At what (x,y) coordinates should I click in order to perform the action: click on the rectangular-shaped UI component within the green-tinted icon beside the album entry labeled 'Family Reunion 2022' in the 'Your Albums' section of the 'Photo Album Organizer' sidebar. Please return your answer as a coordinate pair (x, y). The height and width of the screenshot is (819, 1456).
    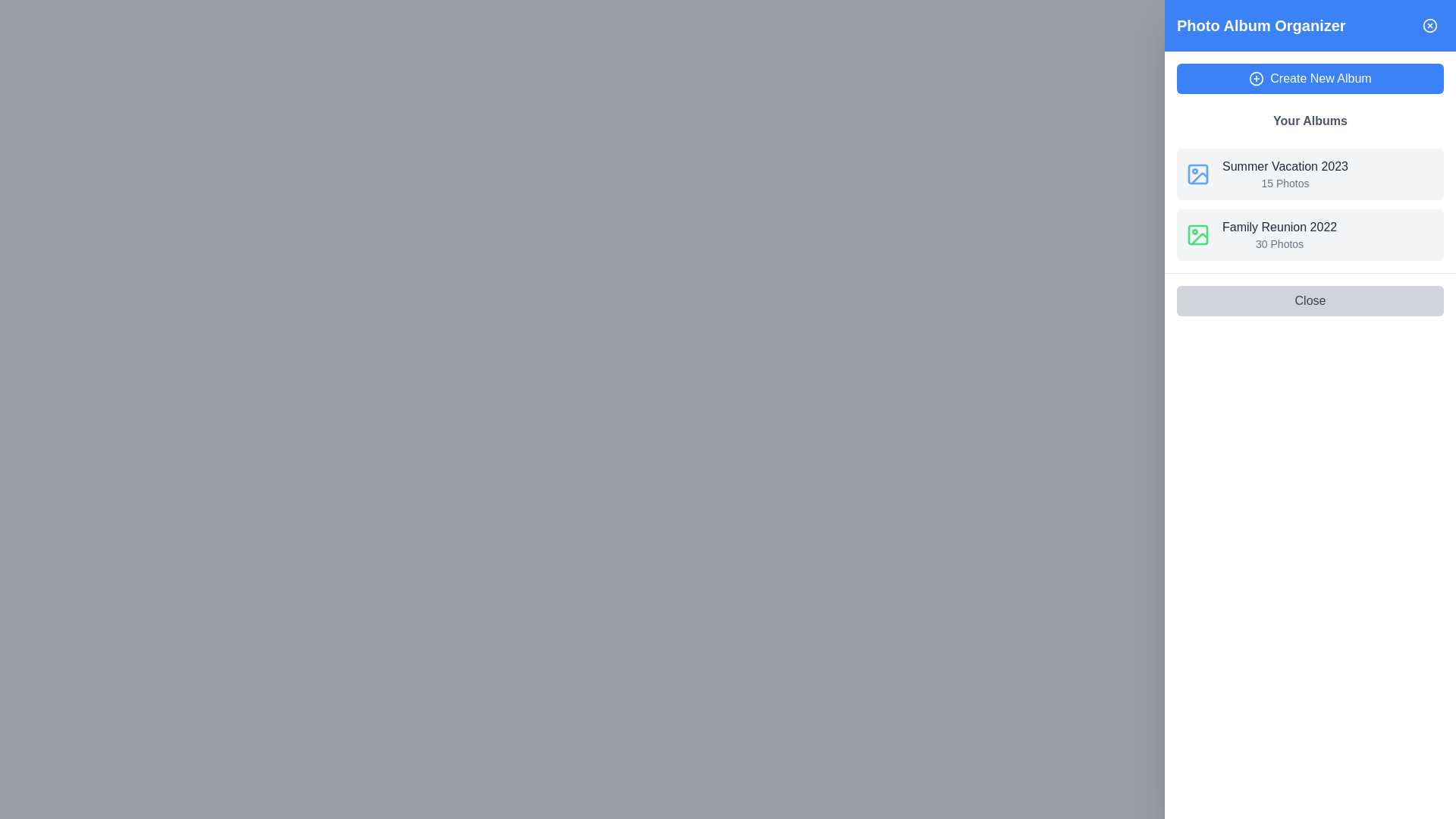
    Looking at the image, I should click on (1197, 234).